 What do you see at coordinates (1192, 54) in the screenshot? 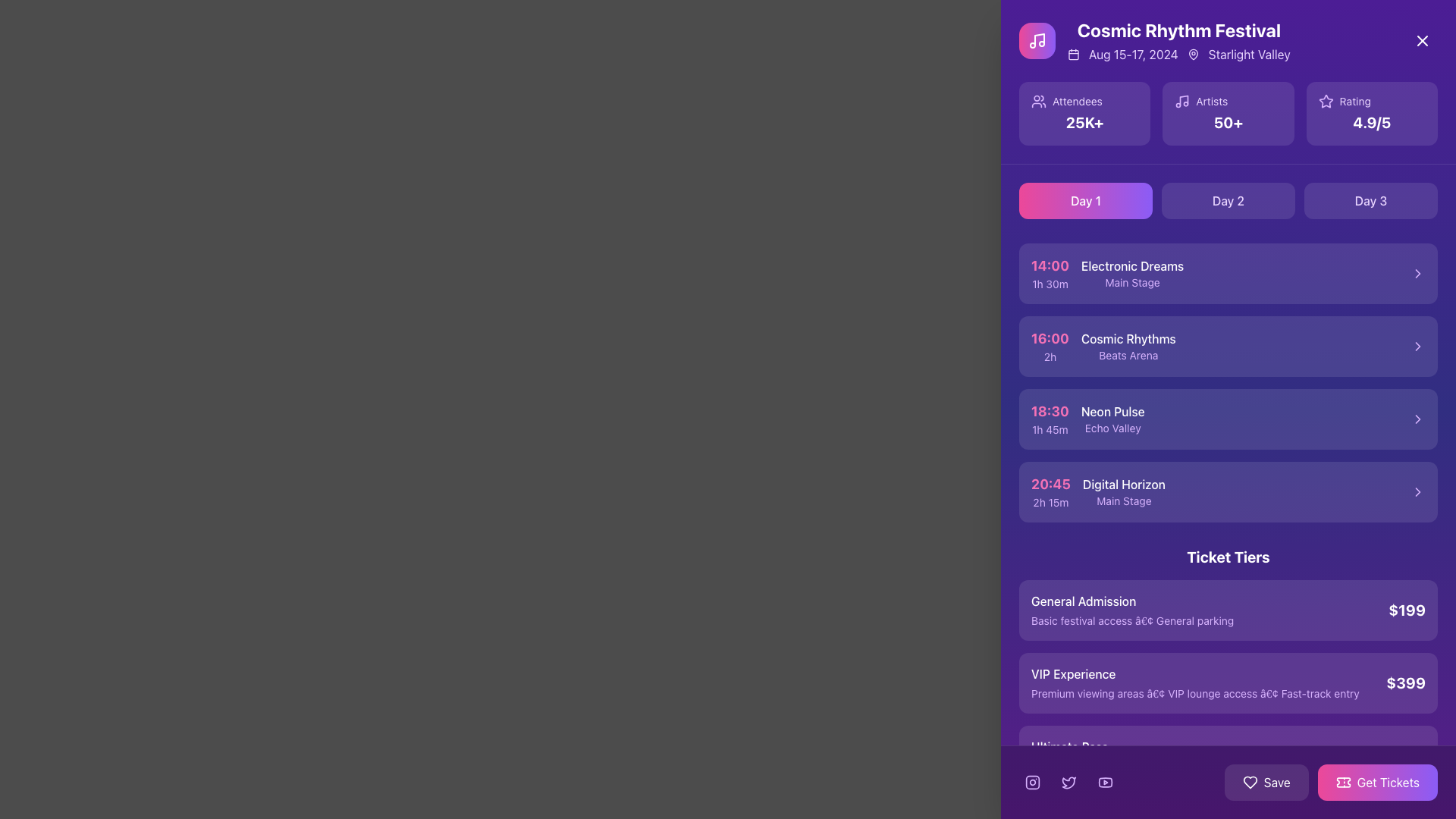
I see `the vibrant location pin icon located in the header section, positioned to the right of the event dates and below the event title` at bounding box center [1192, 54].